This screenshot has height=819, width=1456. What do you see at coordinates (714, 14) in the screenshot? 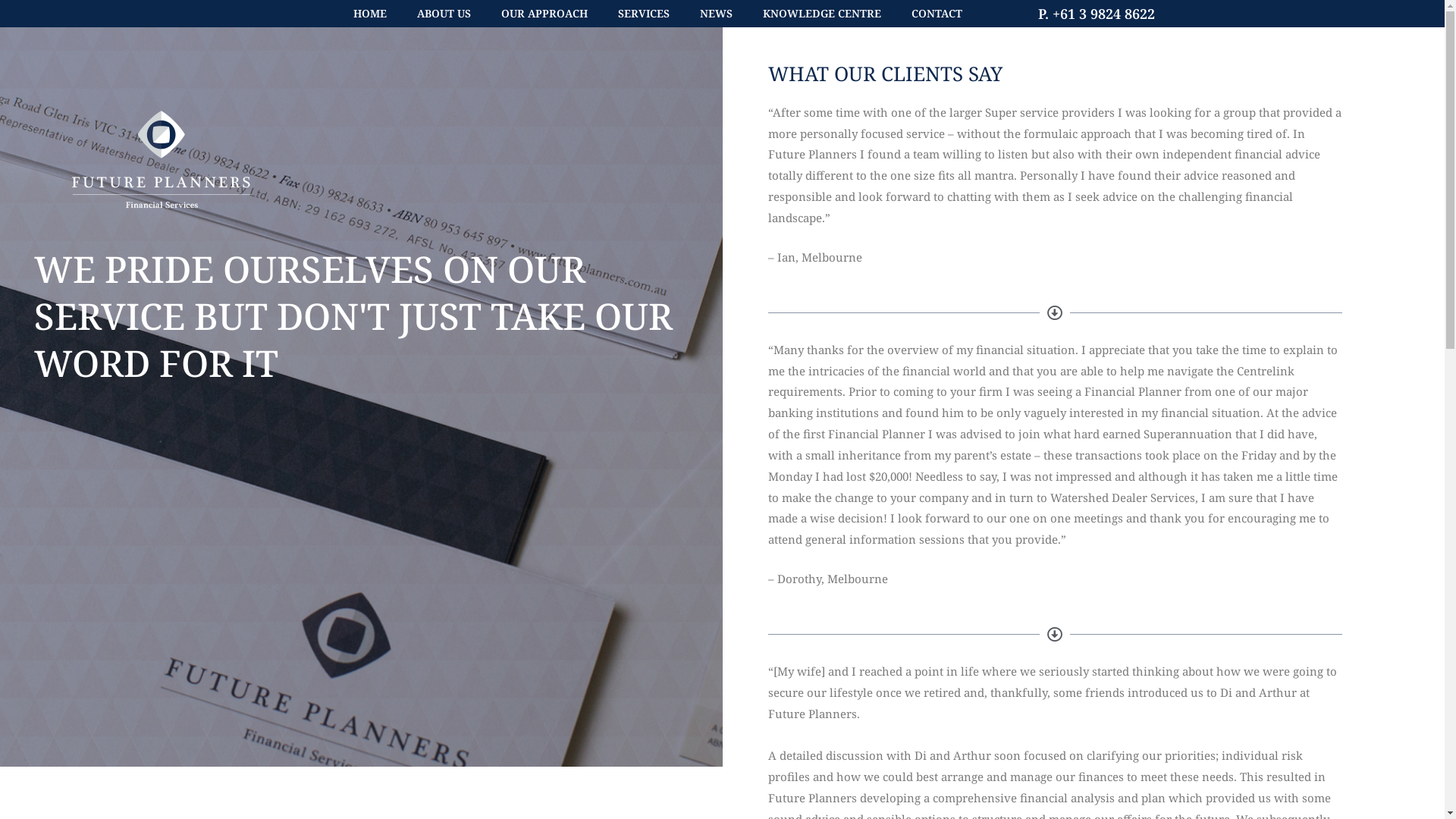
I see `'NEWS'` at bounding box center [714, 14].